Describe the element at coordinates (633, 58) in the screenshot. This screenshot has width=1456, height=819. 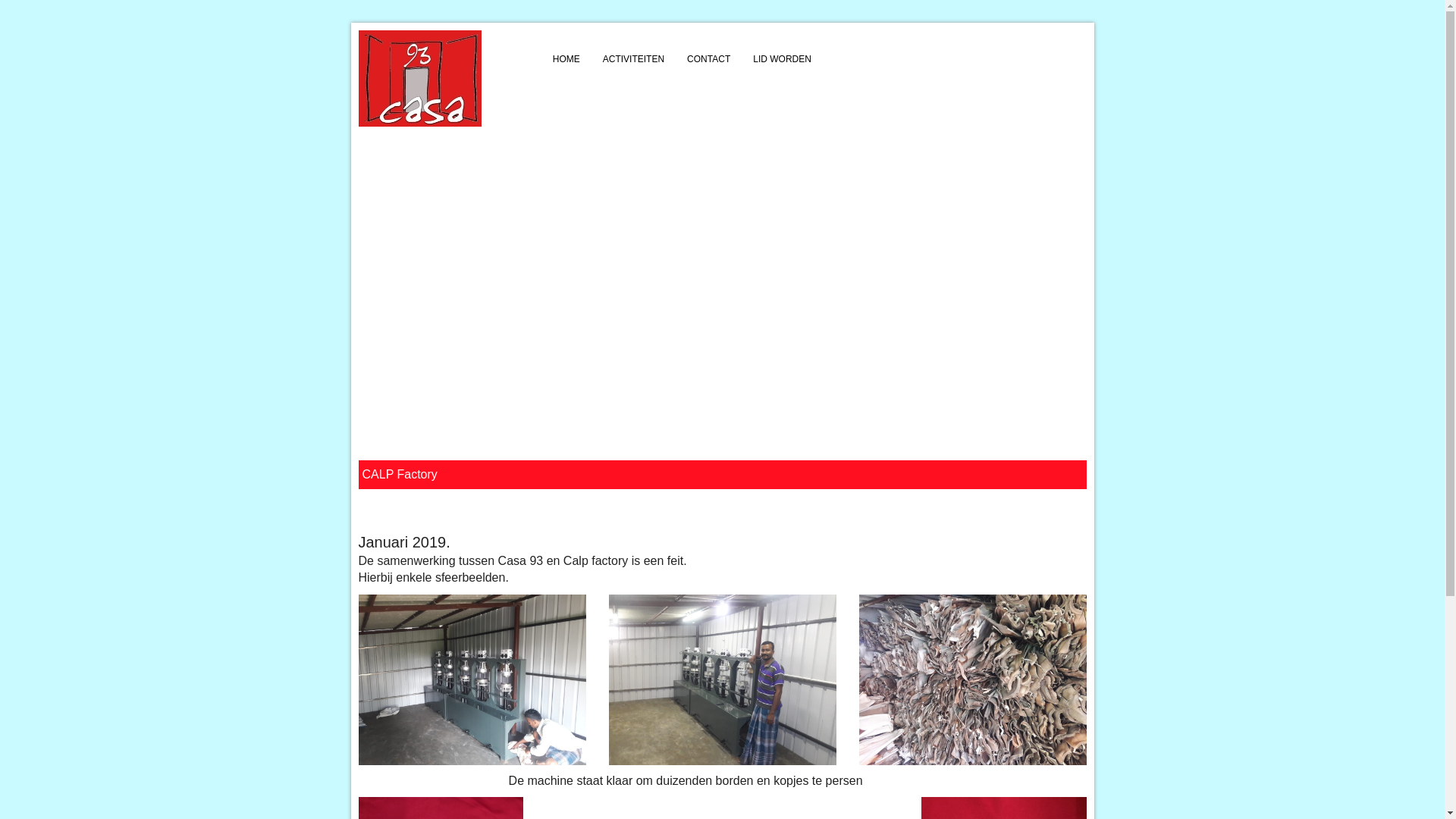
I see `'ACTIVITEITEN'` at that location.